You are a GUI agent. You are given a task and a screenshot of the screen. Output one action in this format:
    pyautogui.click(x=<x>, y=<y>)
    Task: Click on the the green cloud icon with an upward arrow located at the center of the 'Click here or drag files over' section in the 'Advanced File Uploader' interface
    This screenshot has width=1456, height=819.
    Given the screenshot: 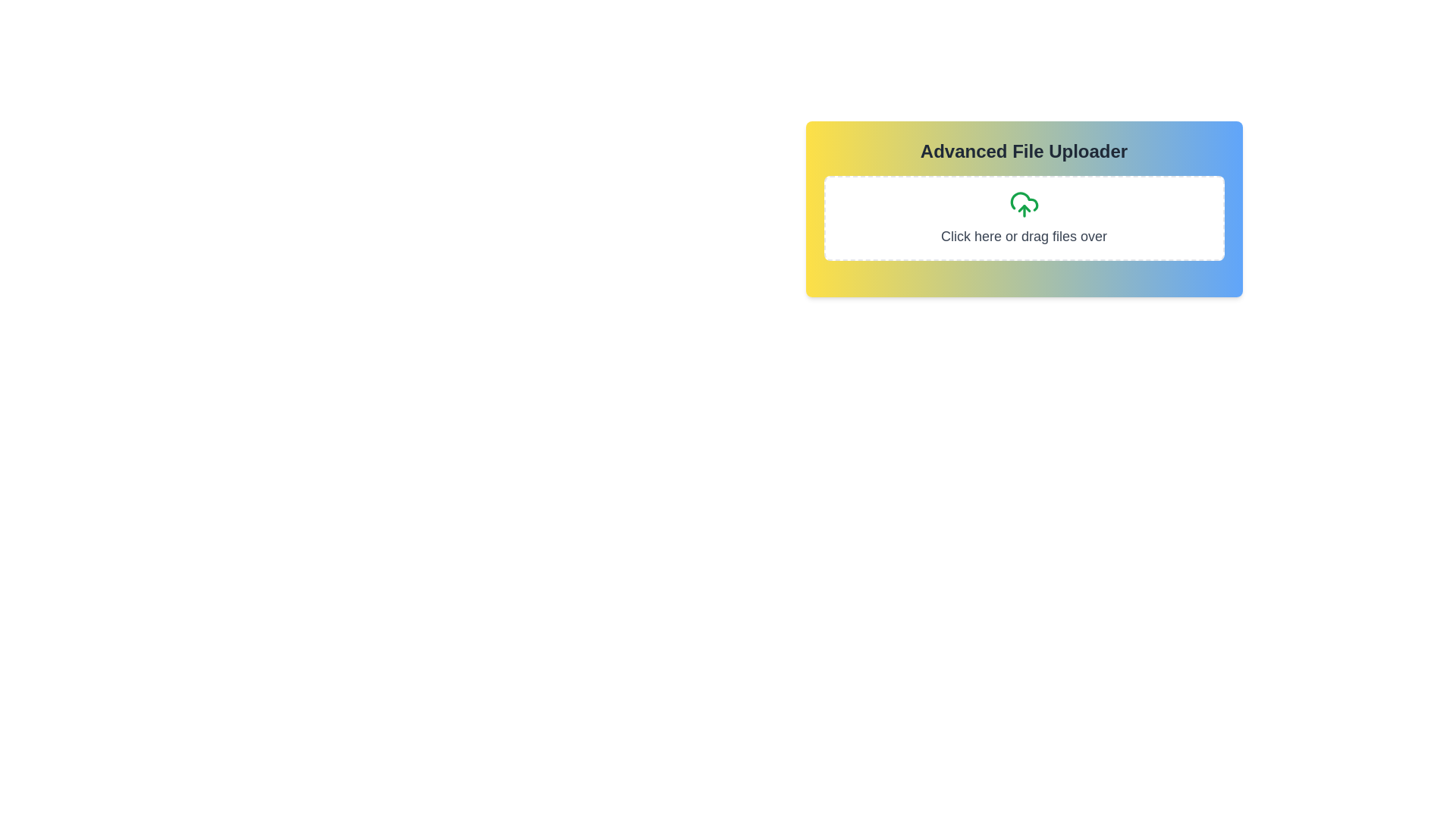 What is the action you would take?
    pyautogui.click(x=1024, y=205)
    